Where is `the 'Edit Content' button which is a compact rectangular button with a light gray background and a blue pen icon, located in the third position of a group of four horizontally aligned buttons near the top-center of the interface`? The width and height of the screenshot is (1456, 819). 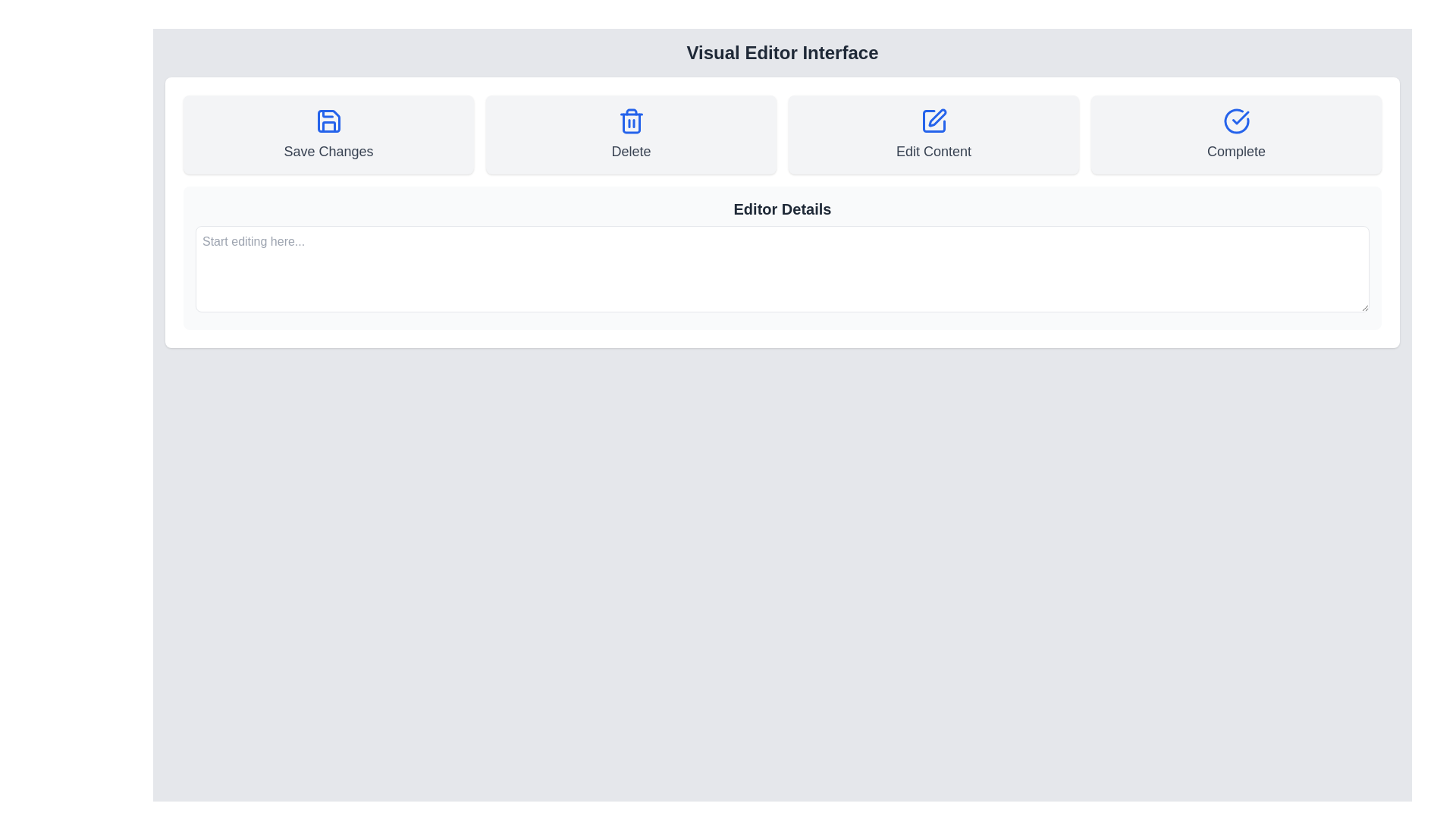 the 'Edit Content' button which is a compact rectangular button with a light gray background and a blue pen icon, located in the third position of a group of four horizontally aligned buttons near the top-center of the interface is located at coordinates (933, 133).